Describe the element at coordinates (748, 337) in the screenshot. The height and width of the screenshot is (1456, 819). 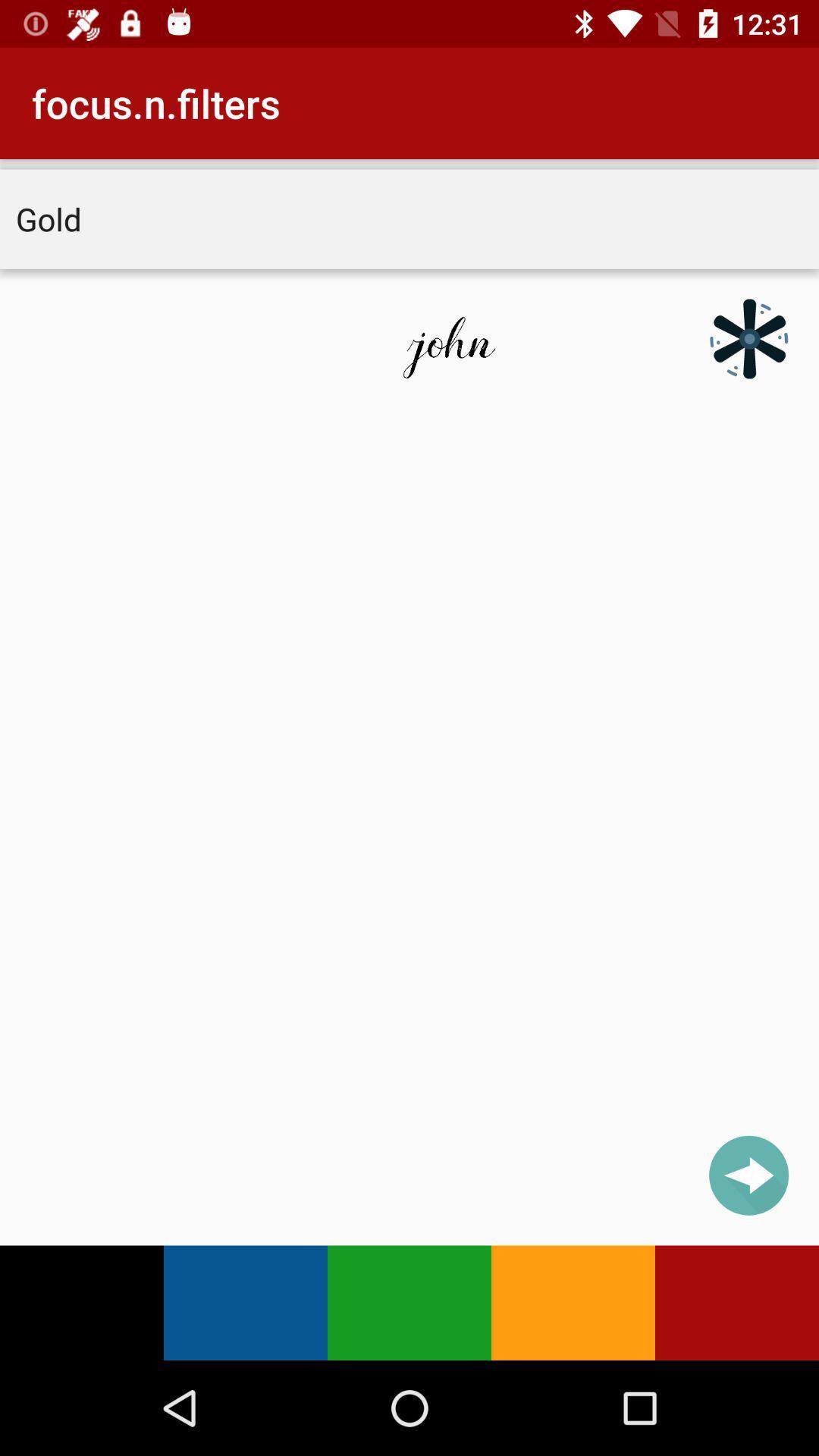
I see `the national_flag icon` at that location.